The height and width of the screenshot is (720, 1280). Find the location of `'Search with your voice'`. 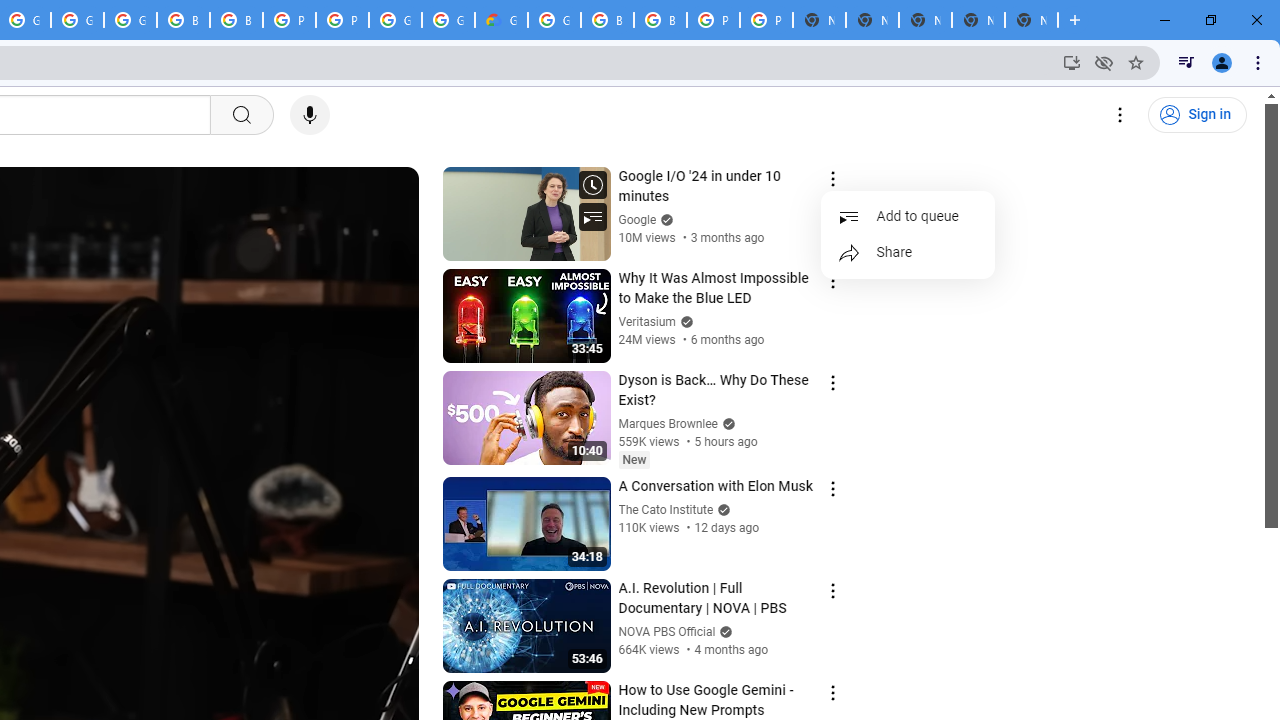

'Search with your voice' is located at coordinates (308, 115).